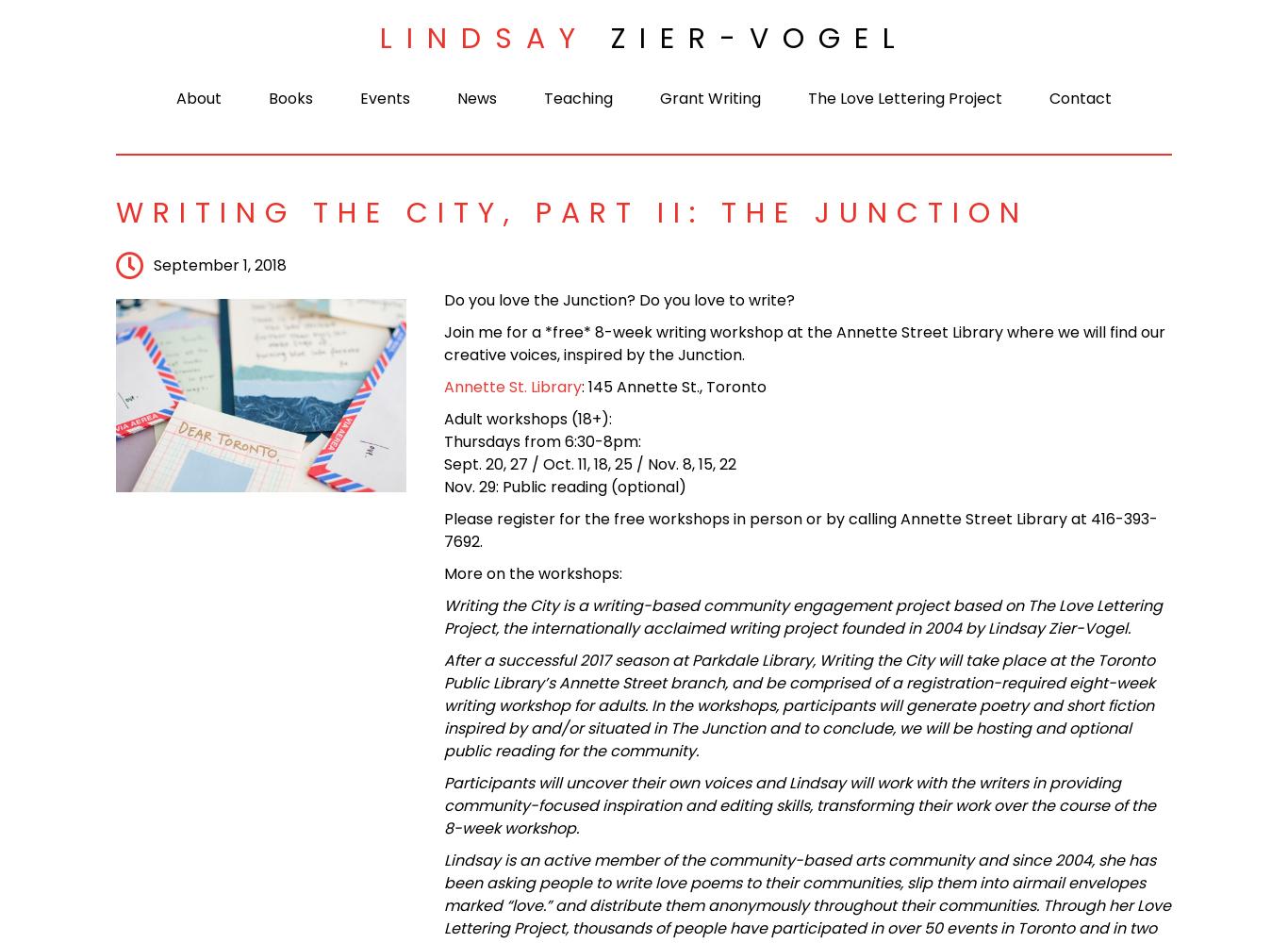 This screenshot has width=1288, height=943. I want to click on 'Grant Writing', so click(659, 97).